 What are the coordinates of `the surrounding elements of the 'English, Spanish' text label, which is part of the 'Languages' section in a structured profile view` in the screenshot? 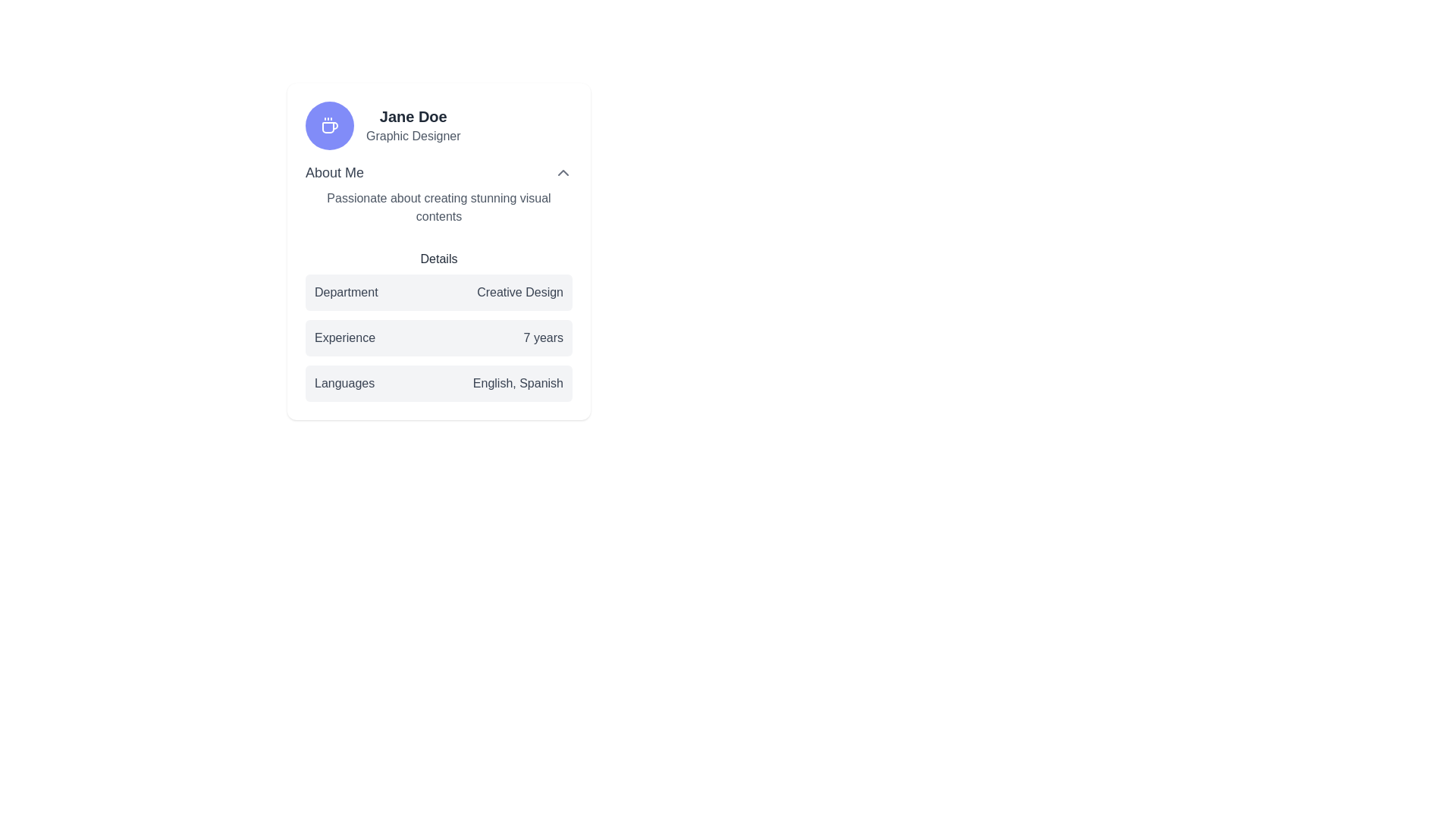 It's located at (518, 382).